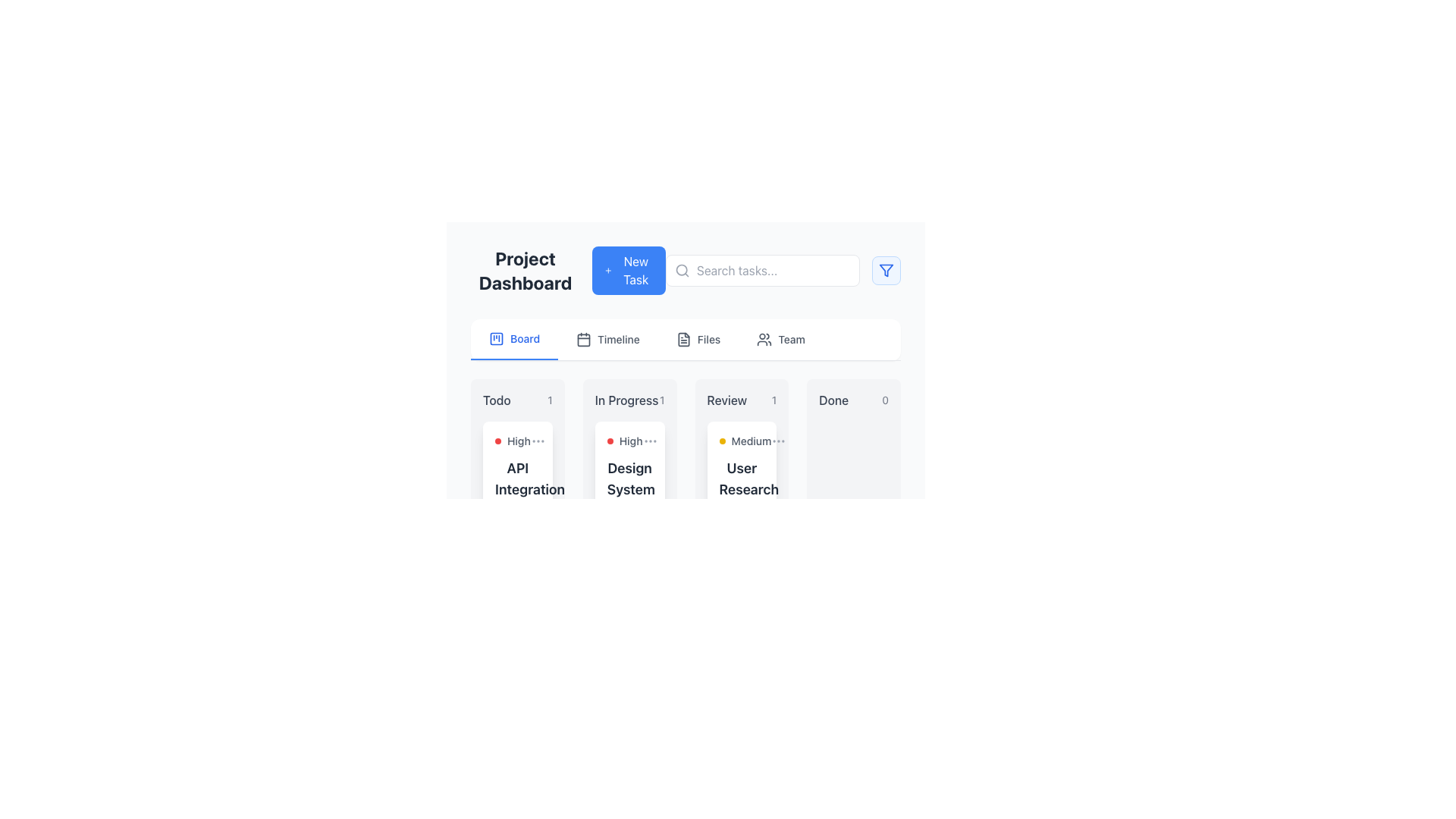  What do you see at coordinates (607, 338) in the screenshot?
I see `the 'Timeline' button, which features a calendar icon and a grey label that turns blue when interacted with, to change its text color` at bounding box center [607, 338].